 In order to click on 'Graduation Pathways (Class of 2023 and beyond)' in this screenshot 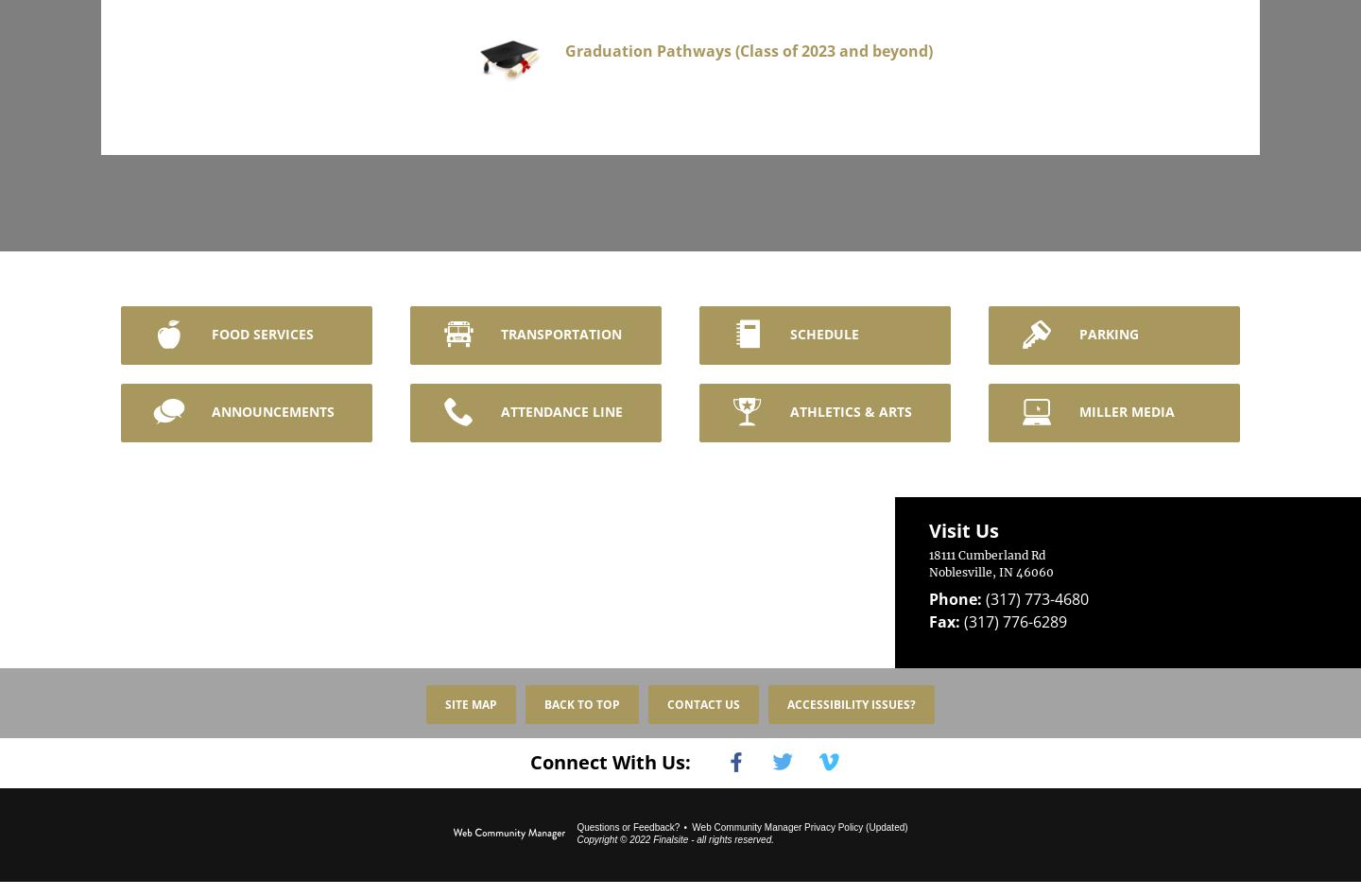, I will do `click(584, 49)`.